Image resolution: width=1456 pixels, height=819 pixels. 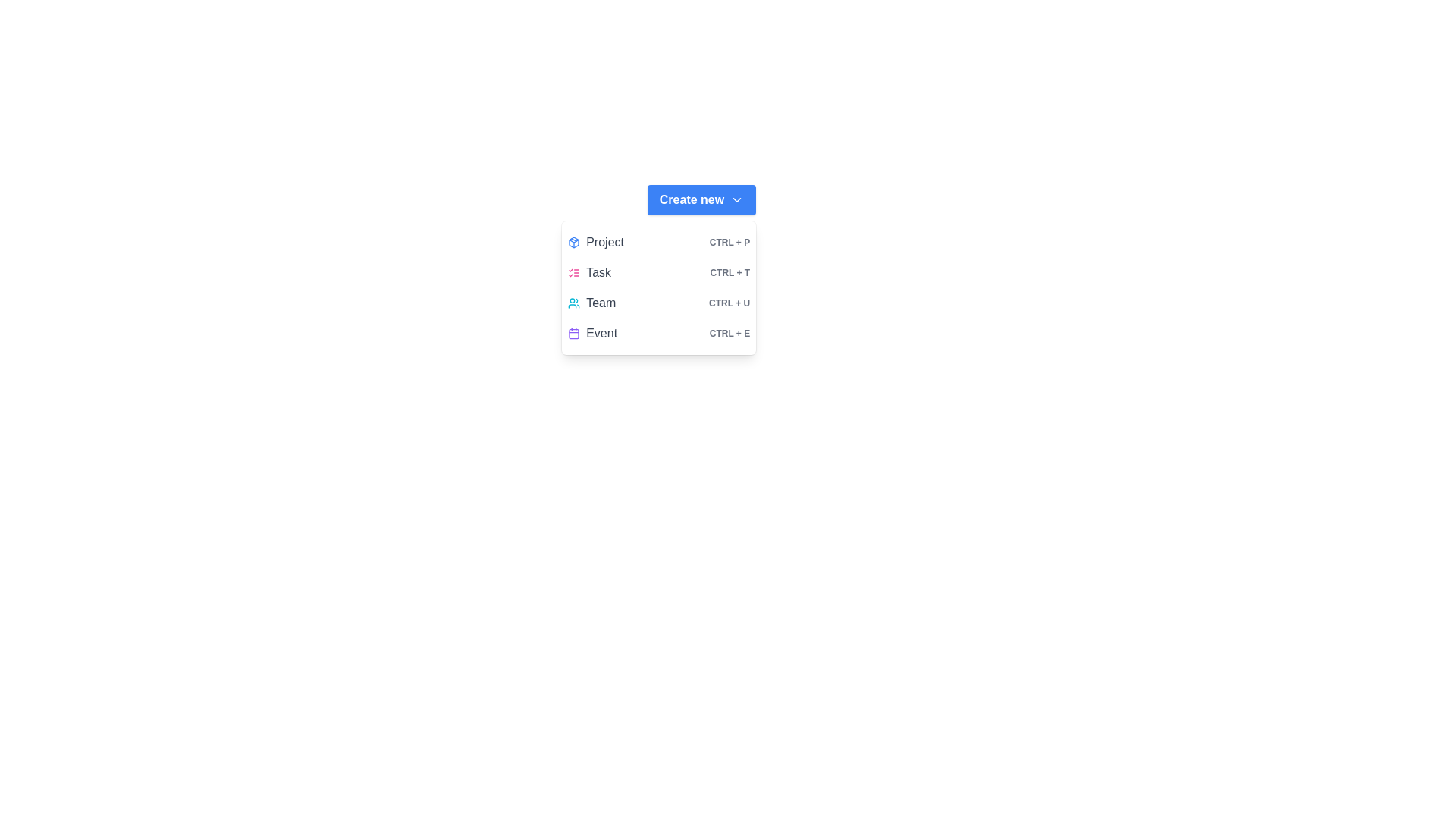 I want to click on the uppercase, bold, grey text label that reads 'Ctrl + T', located at the right side of the 'Task' row in the vertically aligned menu, so click(x=730, y=271).